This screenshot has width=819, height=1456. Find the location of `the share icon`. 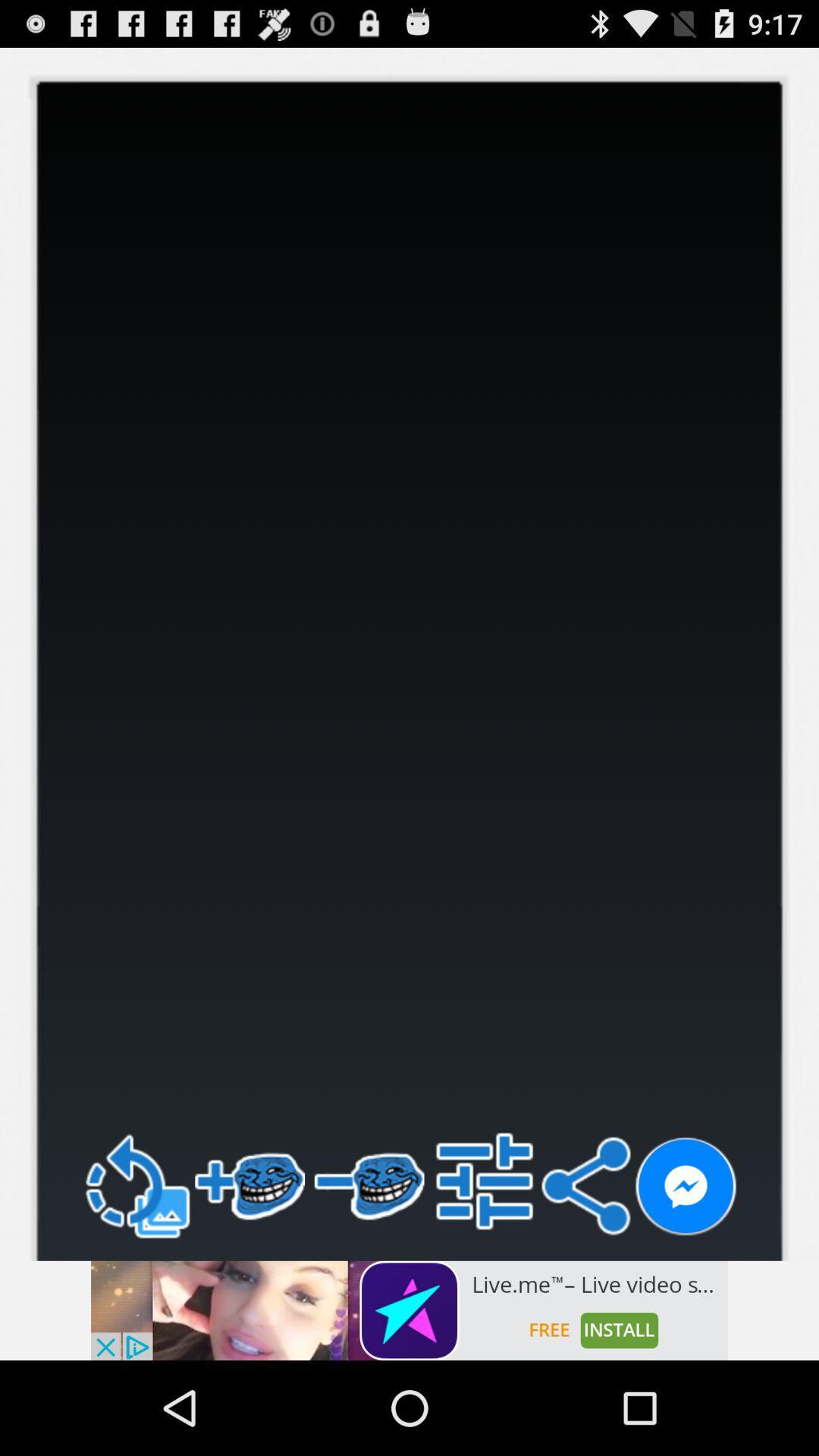

the share icon is located at coordinates (585, 1269).